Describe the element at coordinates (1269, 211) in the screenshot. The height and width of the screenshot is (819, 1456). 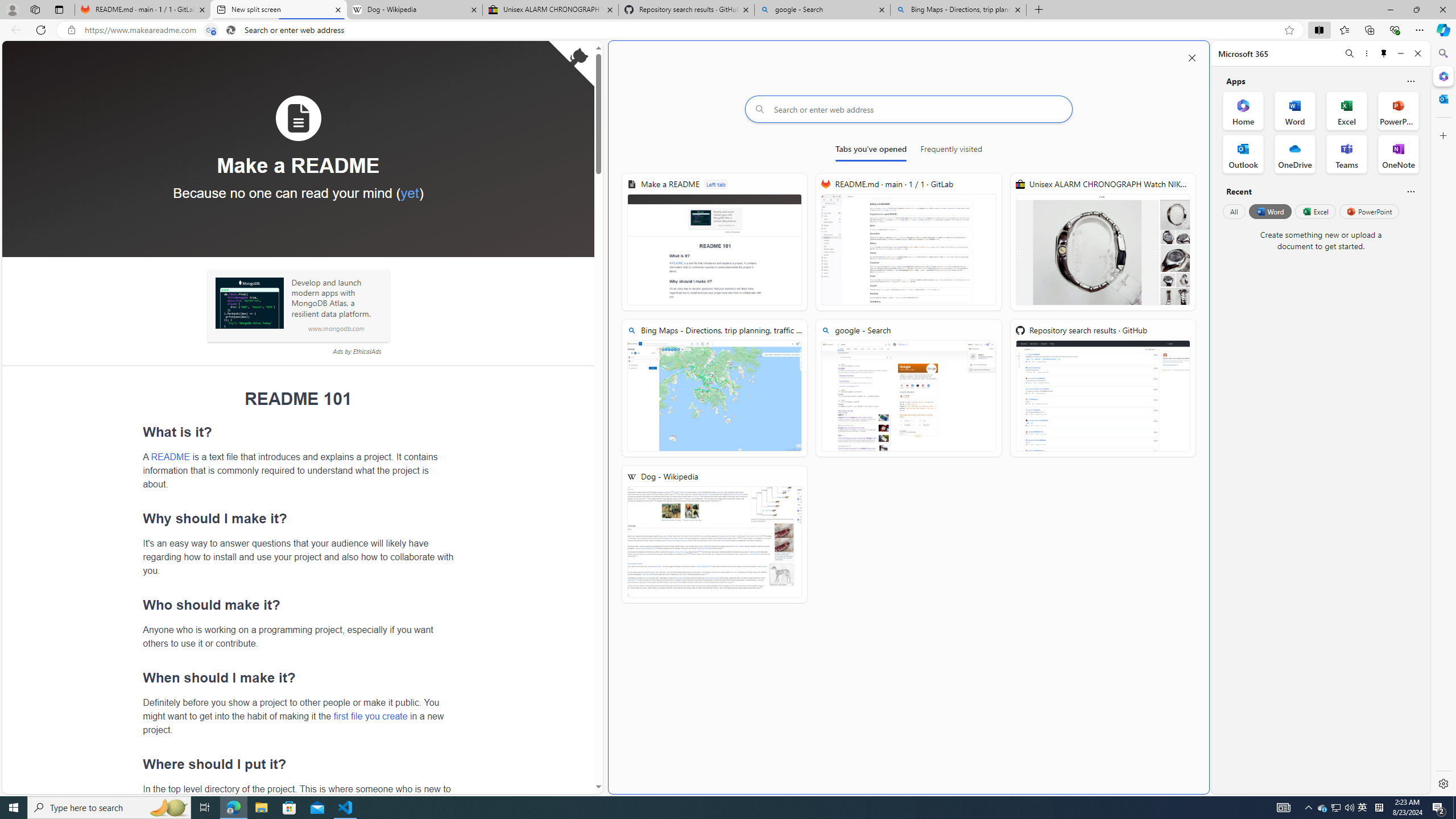
I see `'Word'` at that location.